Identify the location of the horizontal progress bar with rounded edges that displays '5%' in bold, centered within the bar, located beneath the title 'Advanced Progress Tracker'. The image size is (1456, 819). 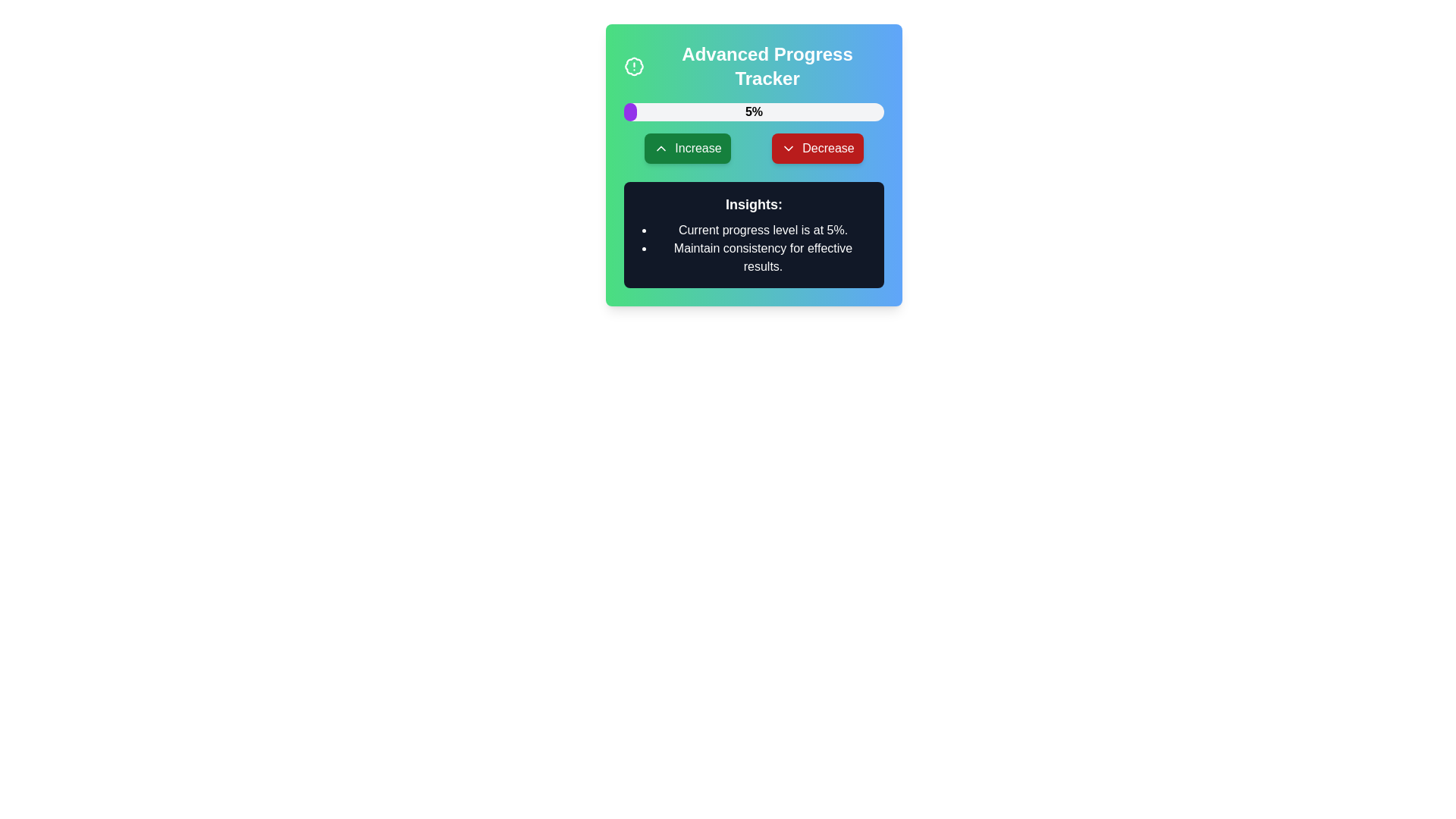
(754, 111).